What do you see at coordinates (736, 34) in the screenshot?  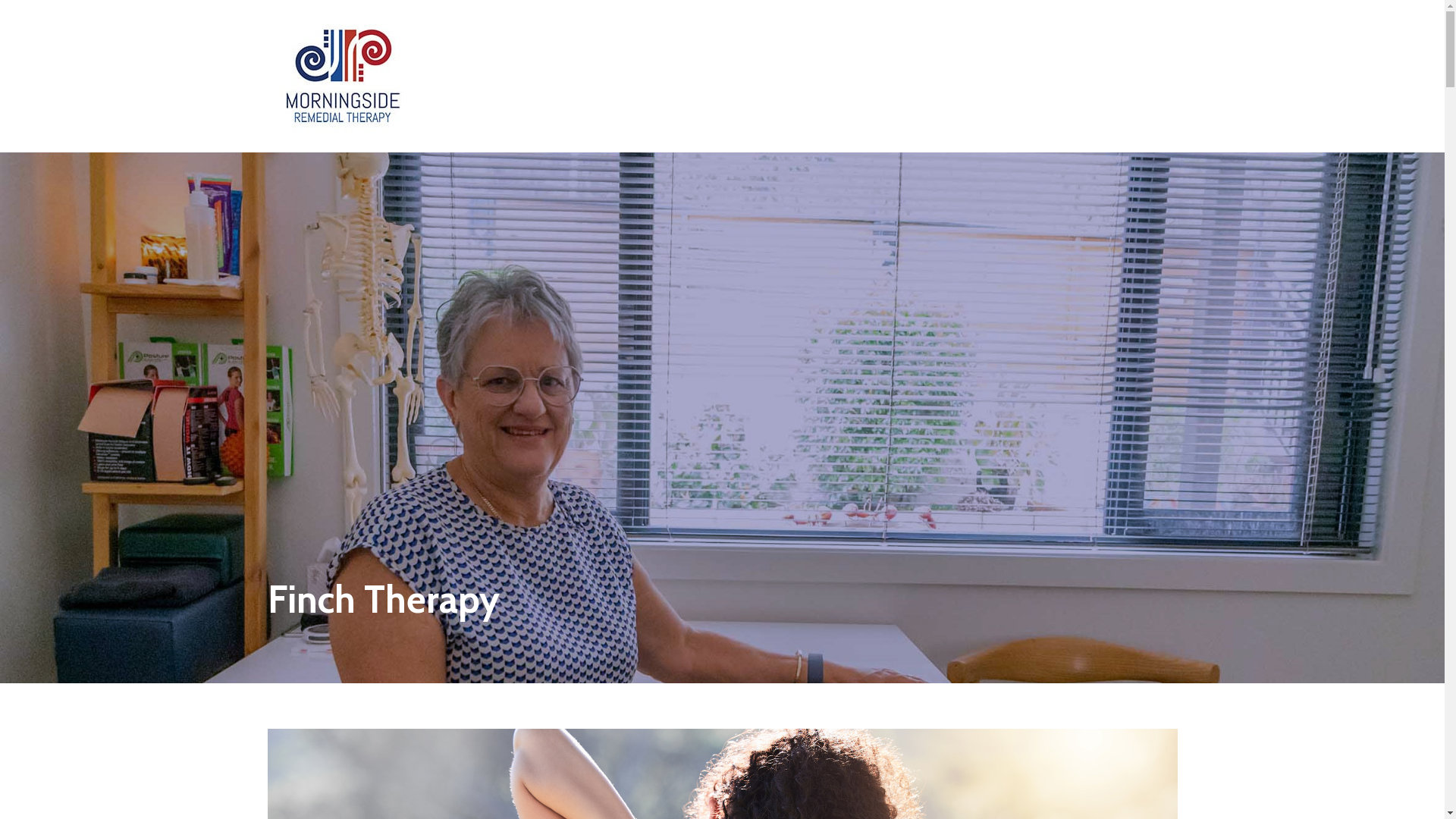 I see `'ABOUT'` at bounding box center [736, 34].